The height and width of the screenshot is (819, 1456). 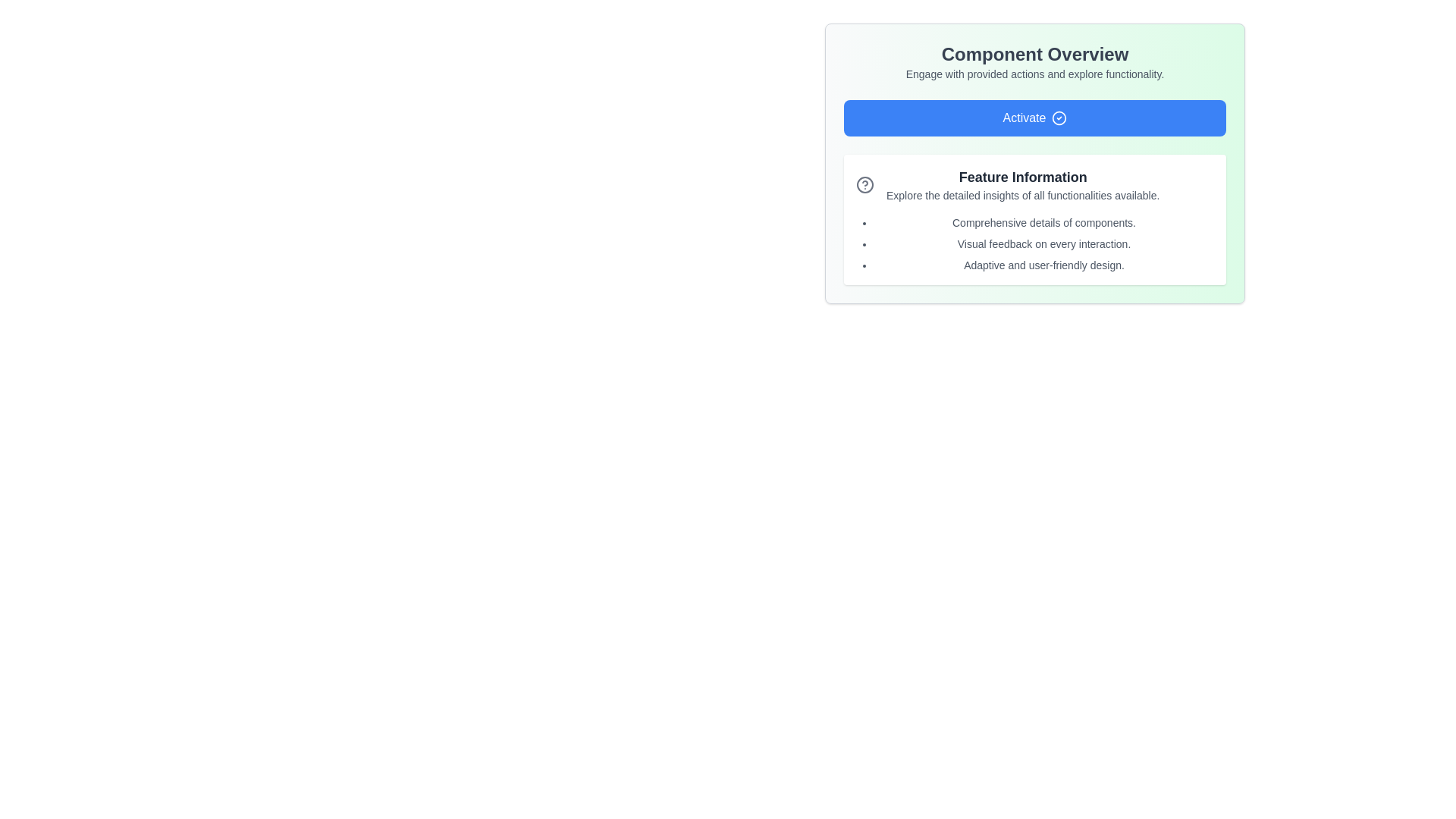 What do you see at coordinates (1034, 219) in the screenshot?
I see `informative text block titled 'Feature Information' which contains detailed features listed in bullet points` at bounding box center [1034, 219].